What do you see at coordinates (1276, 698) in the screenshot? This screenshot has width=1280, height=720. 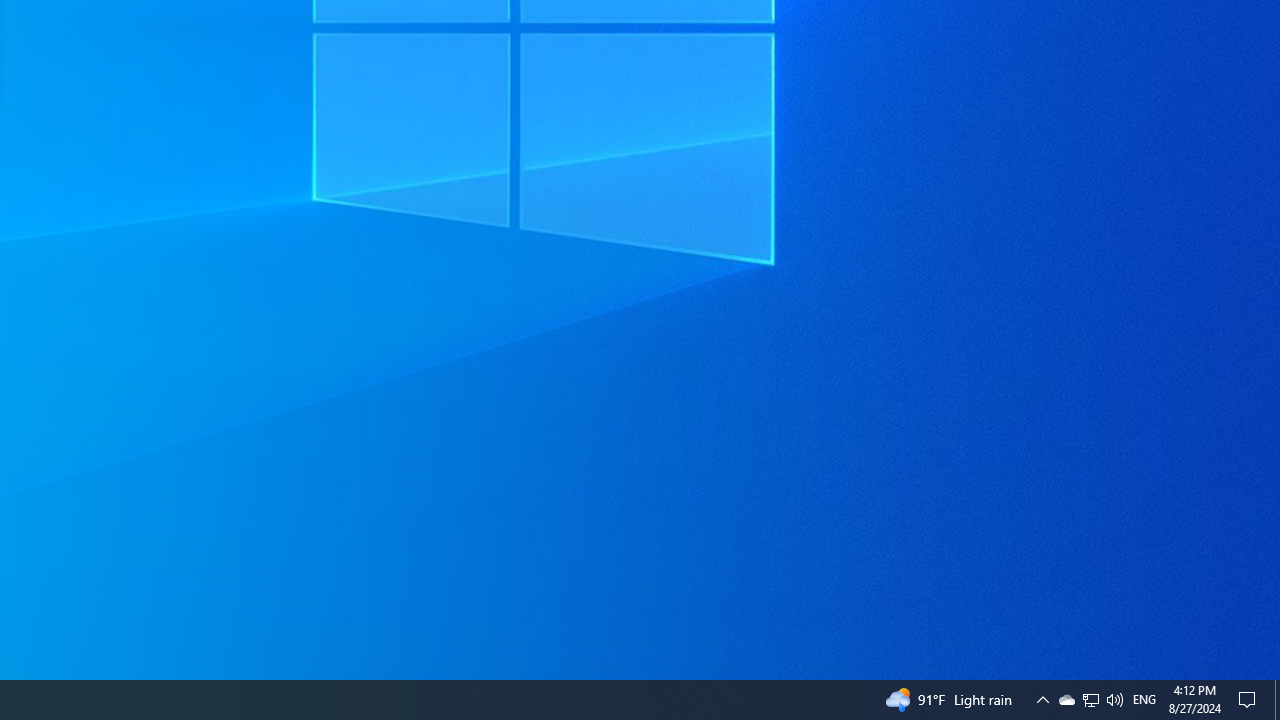 I see `'Show desktop'` at bounding box center [1276, 698].